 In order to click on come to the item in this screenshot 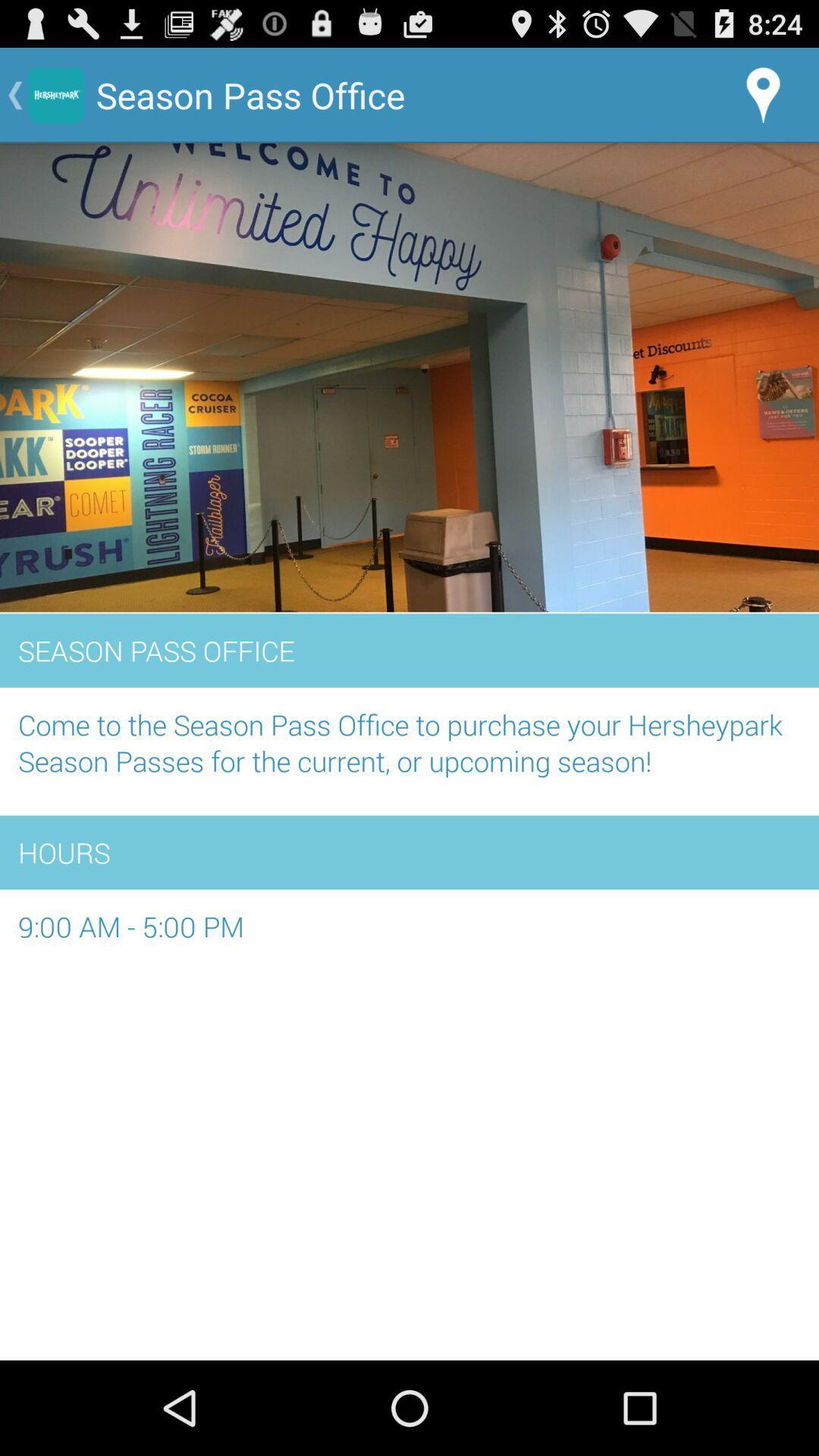, I will do `click(409, 752)`.